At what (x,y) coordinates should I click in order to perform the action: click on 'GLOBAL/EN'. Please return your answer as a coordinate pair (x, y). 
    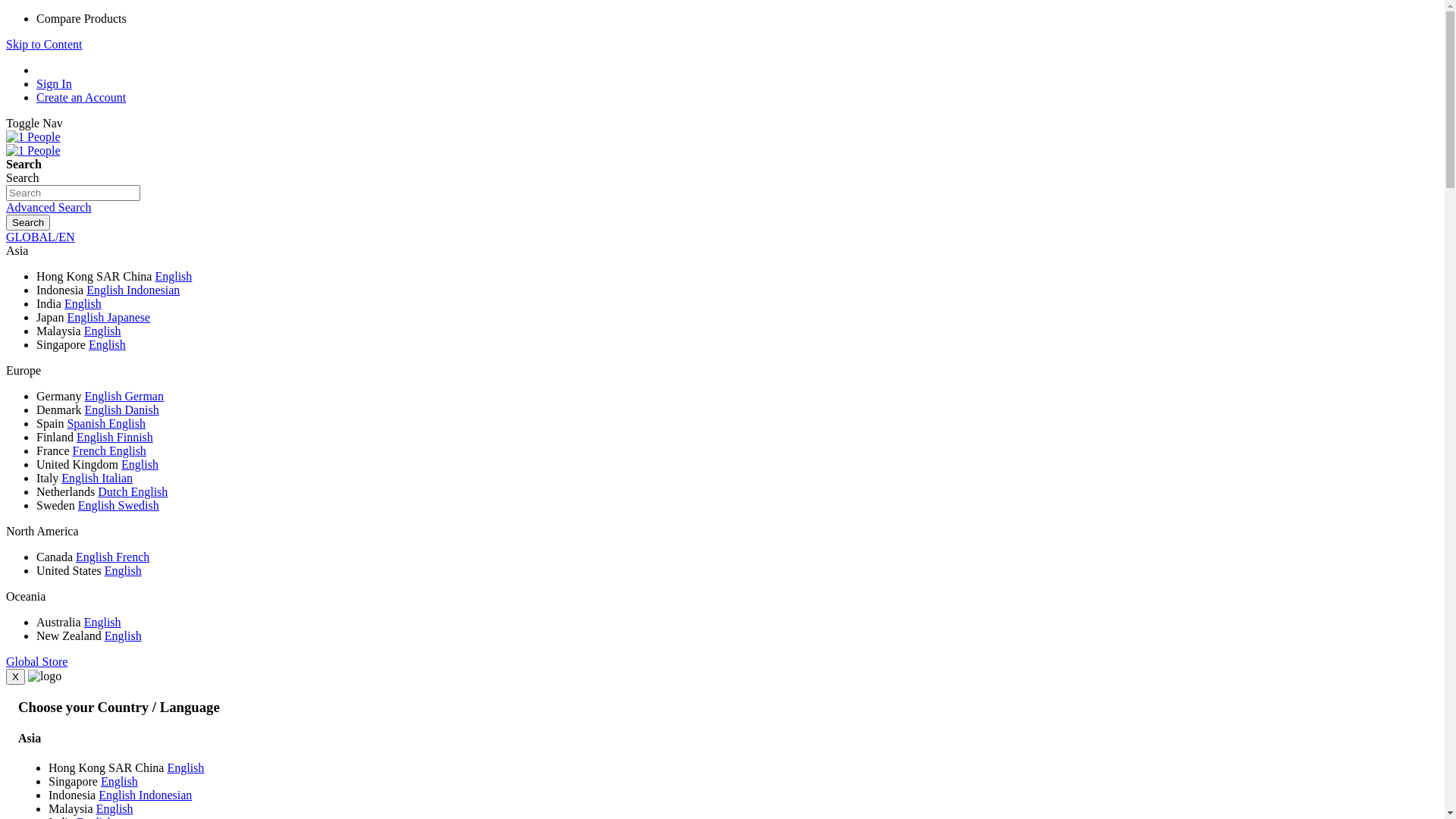
    Looking at the image, I should click on (40, 237).